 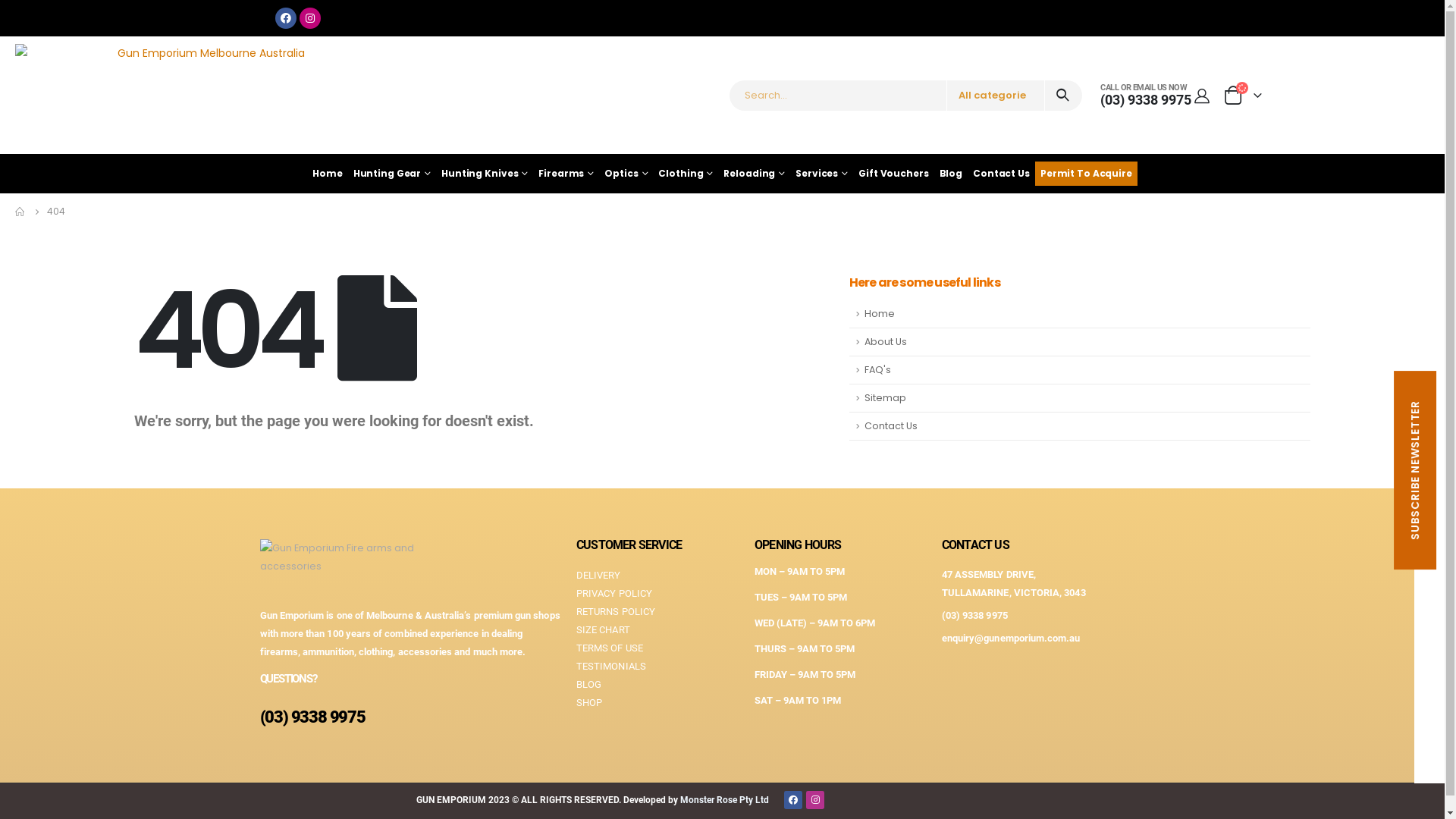 I want to click on 'RETURNS POLICY', so click(x=657, y=610).